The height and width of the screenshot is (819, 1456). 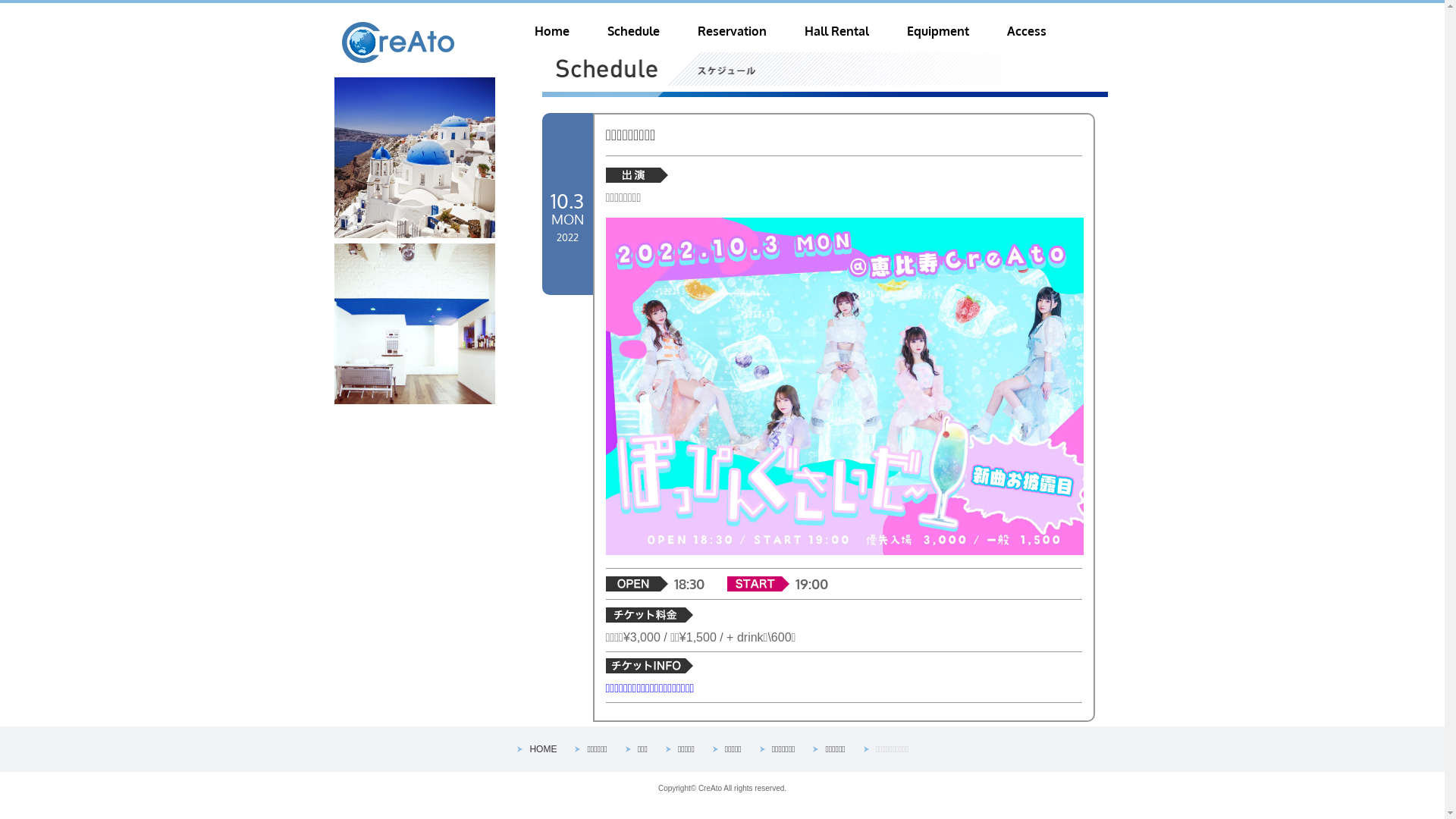 What do you see at coordinates (835, 31) in the screenshot?
I see `'Hall Rental'` at bounding box center [835, 31].